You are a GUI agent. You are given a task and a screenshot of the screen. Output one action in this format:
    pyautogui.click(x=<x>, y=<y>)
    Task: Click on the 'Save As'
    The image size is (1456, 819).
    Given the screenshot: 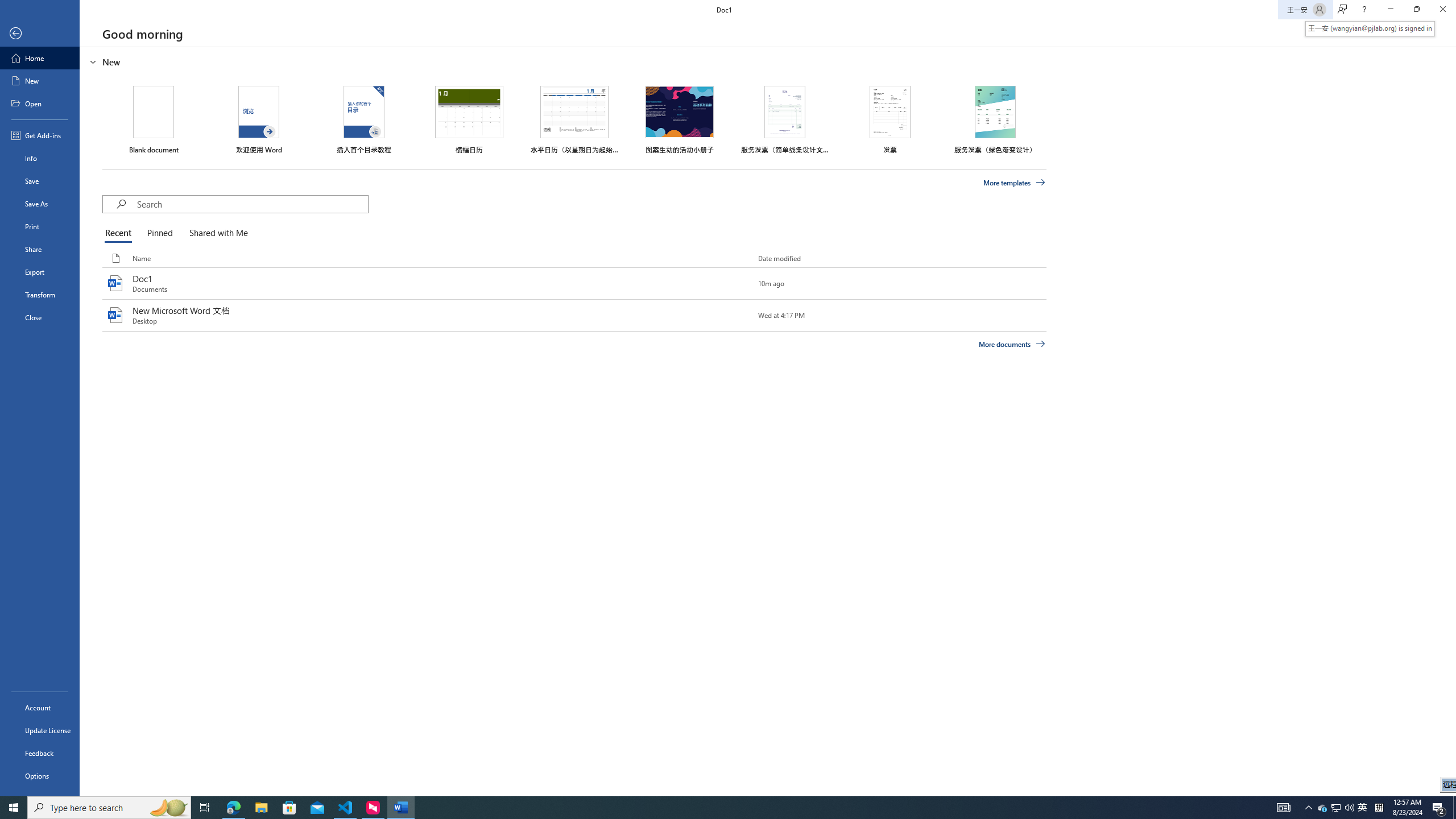 What is the action you would take?
    pyautogui.click(x=39, y=202)
    